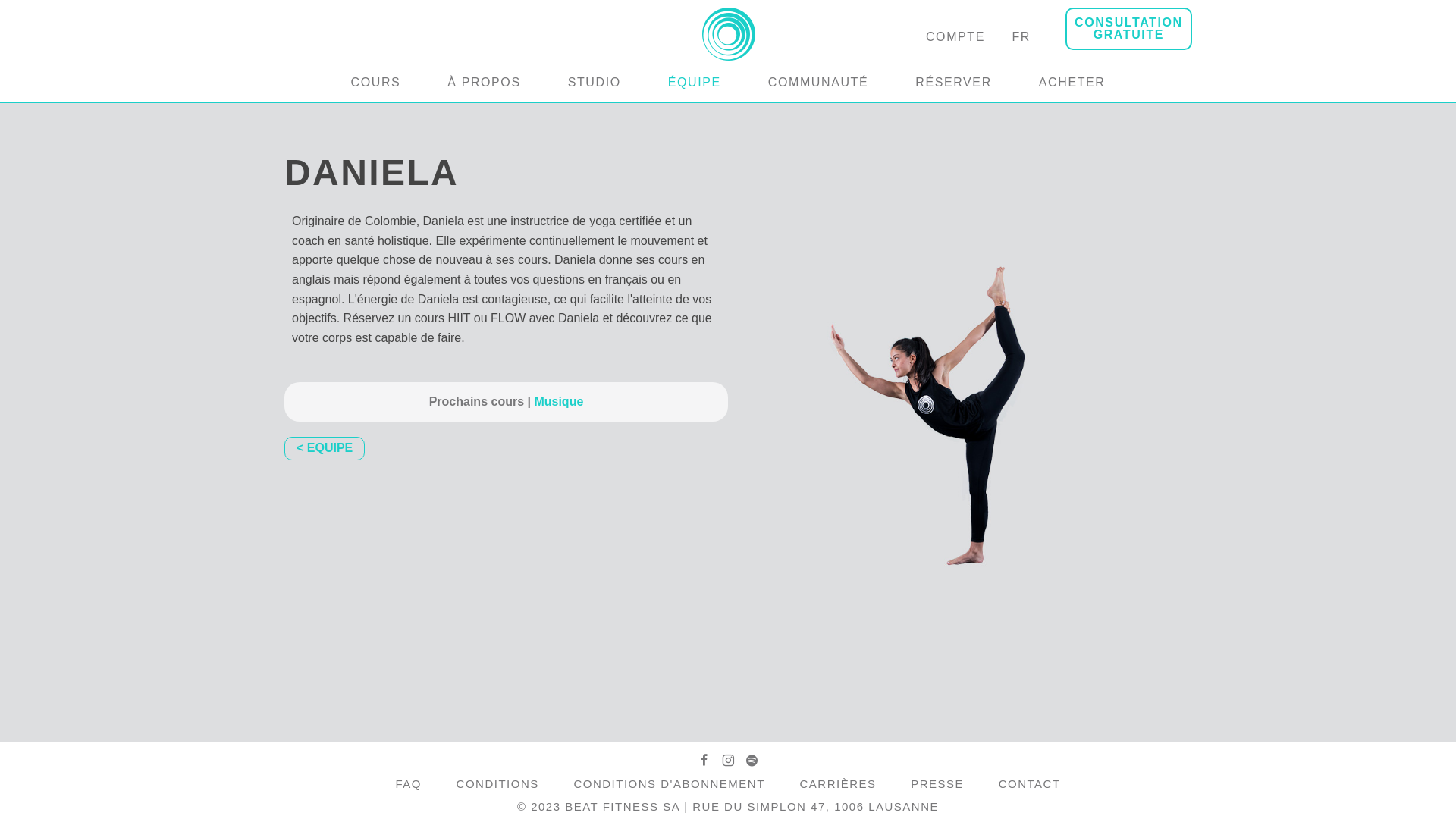 The image size is (1456, 819). What do you see at coordinates (555, 400) in the screenshot?
I see `'Musique'` at bounding box center [555, 400].